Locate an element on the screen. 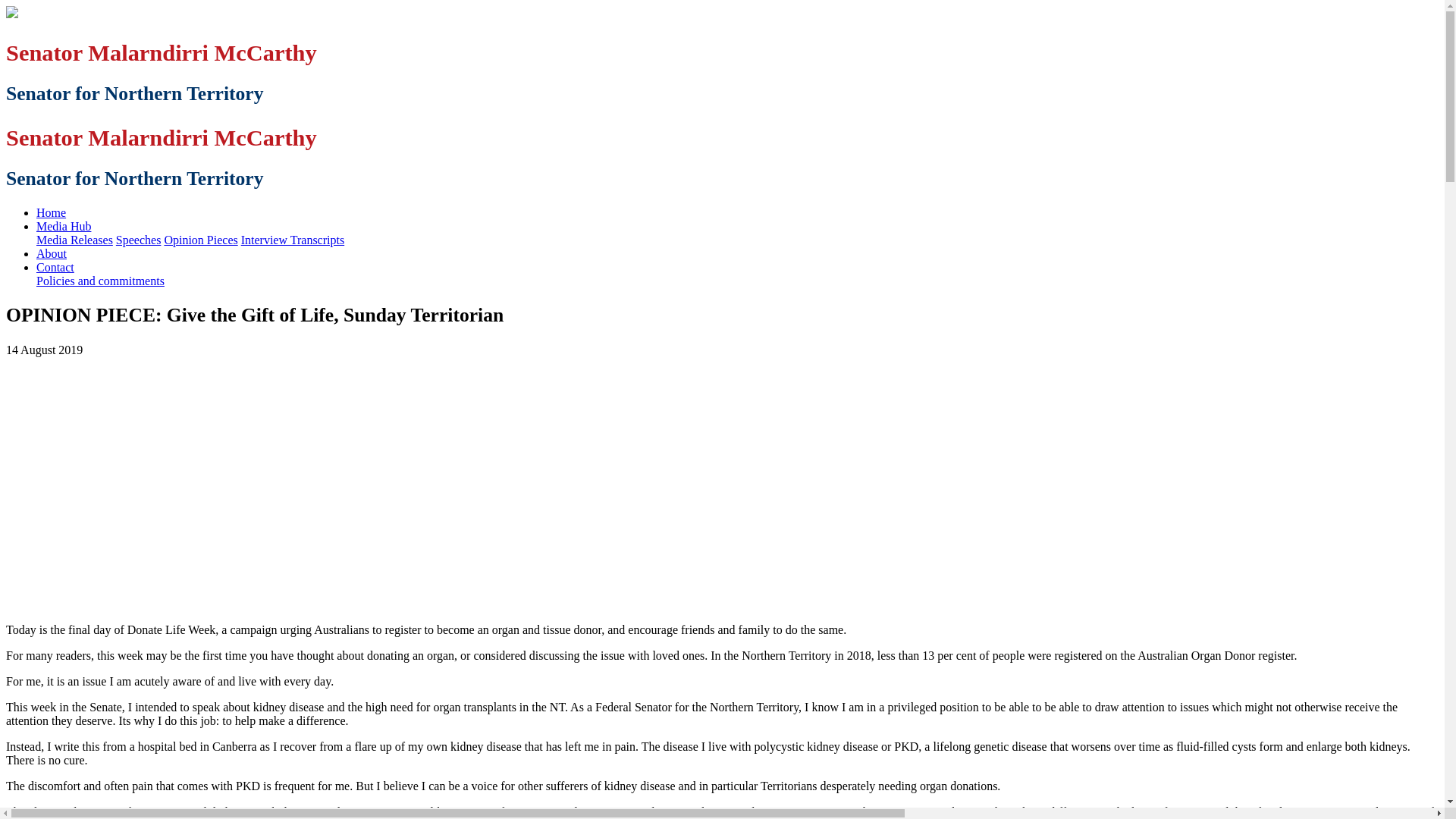 Image resolution: width=1456 pixels, height=819 pixels. 'Media Releases' is located at coordinates (74, 239).